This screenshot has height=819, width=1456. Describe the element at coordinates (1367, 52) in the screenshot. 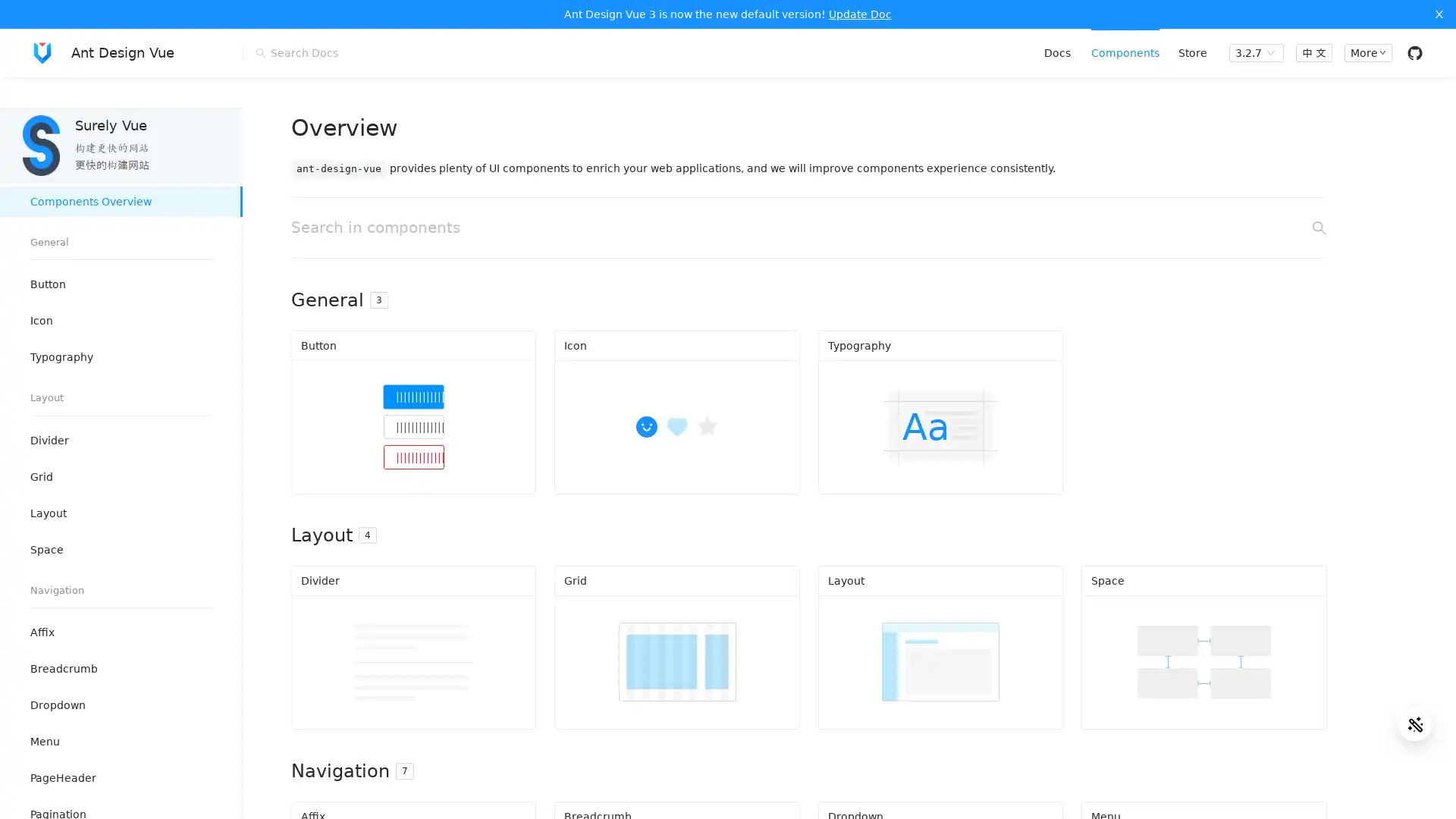

I see `More down` at that location.